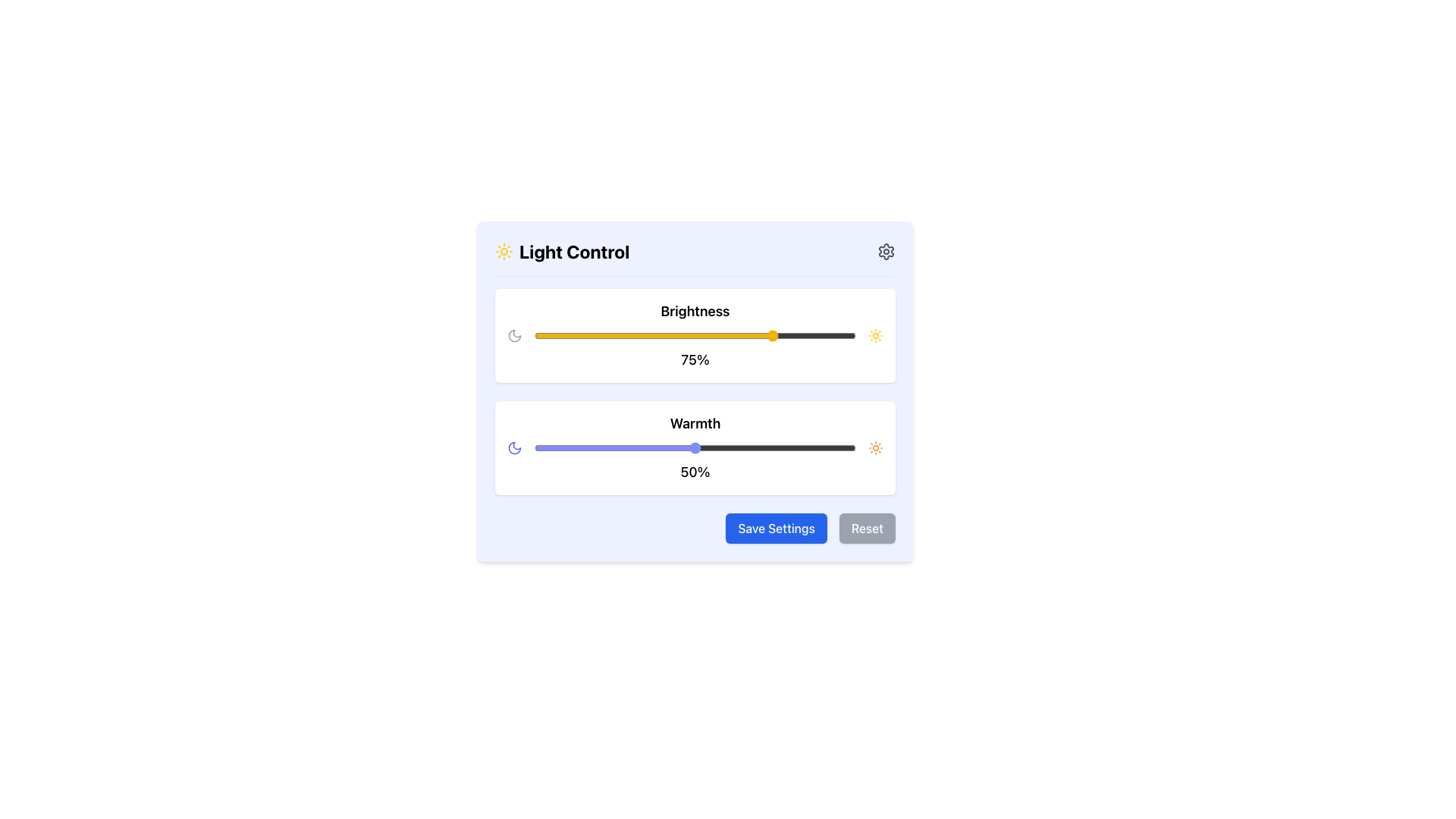 This screenshot has height=819, width=1456. Describe the element at coordinates (588, 335) in the screenshot. I see `brightness` at that location.